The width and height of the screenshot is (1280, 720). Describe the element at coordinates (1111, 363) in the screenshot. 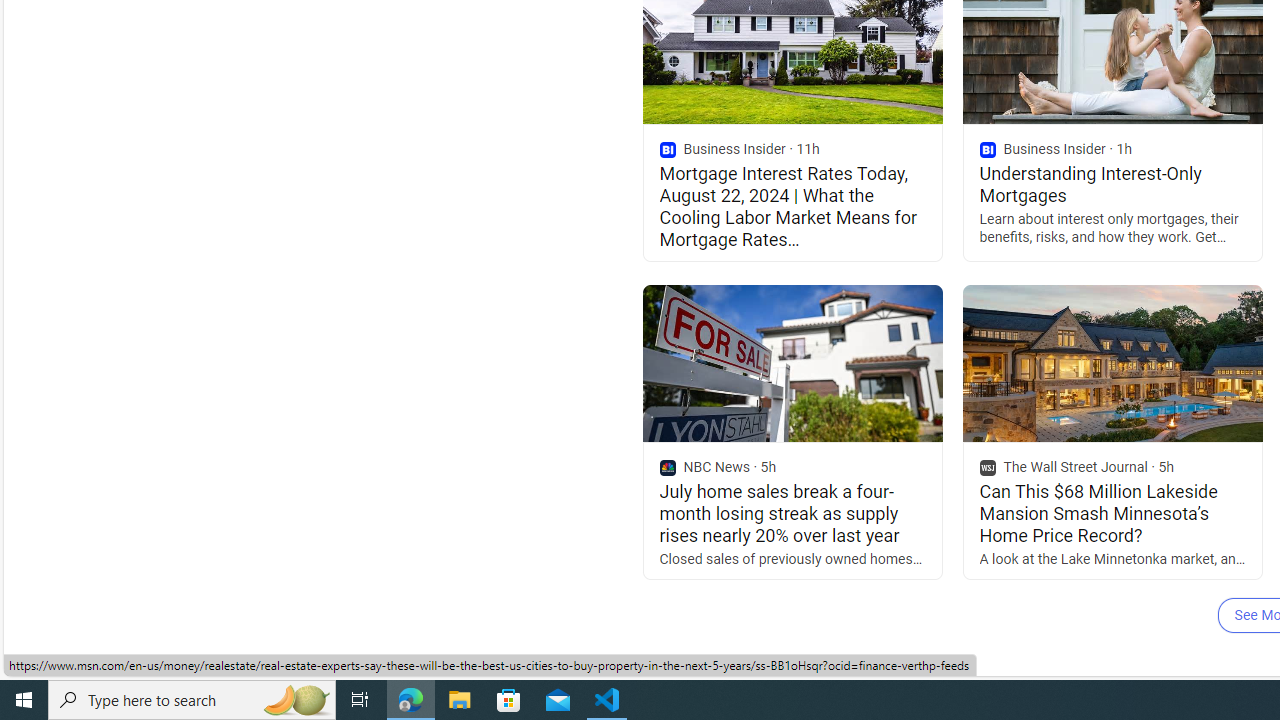

I see `'Class: index-module__image--a7f677'` at that location.